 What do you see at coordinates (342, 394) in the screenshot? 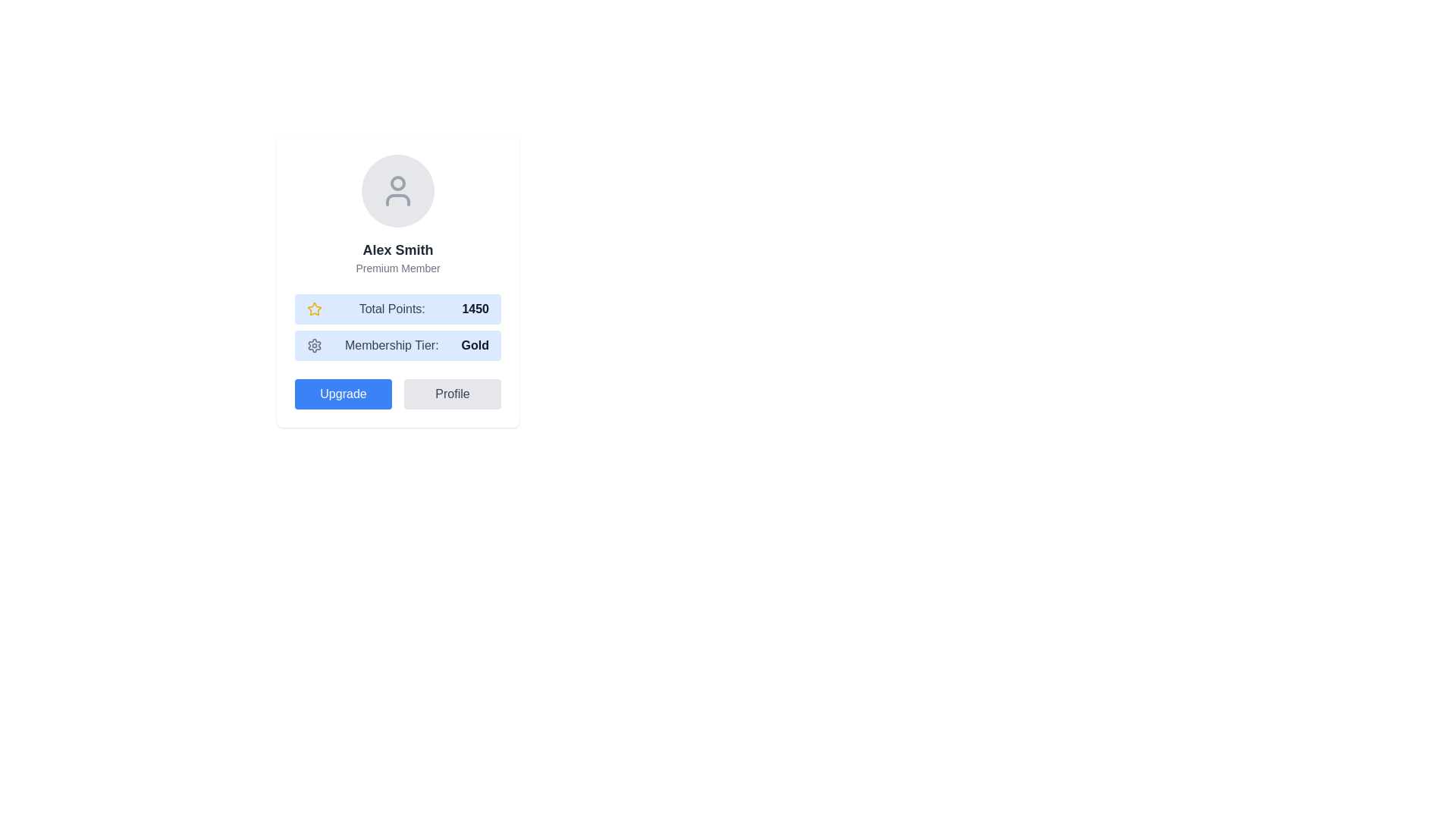
I see `the left button at the bottom of the card` at bounding box center [342, 394].